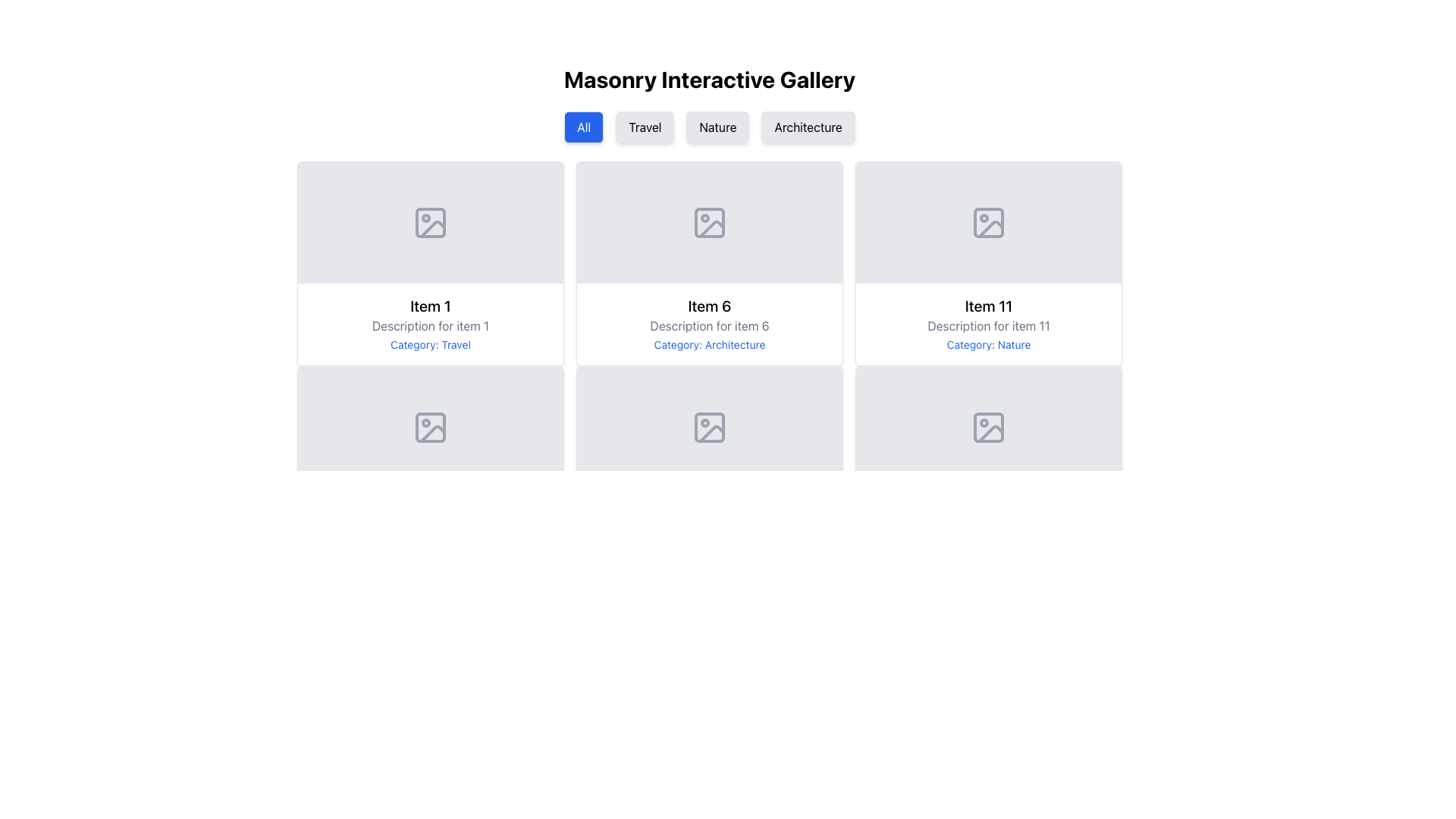 The width and height of the screenshot is (1456, 819). What do you see at coordinates (429, 324) in the screenshot?
I see `the Information block containing the title 'Item 1', descriptive text 'Description for item 1', and the link 'Category: Travel'` at bounding box center [429, 324].